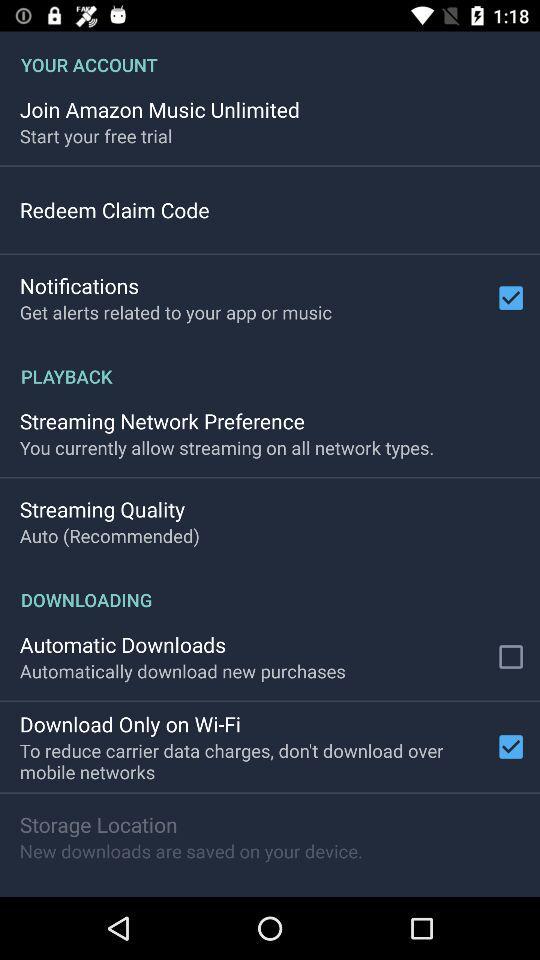 The image size is (540, 960). What do you see at coordinates (270, 53) in the screenshot?
I see `the your account` at bounding box center [270, 53].